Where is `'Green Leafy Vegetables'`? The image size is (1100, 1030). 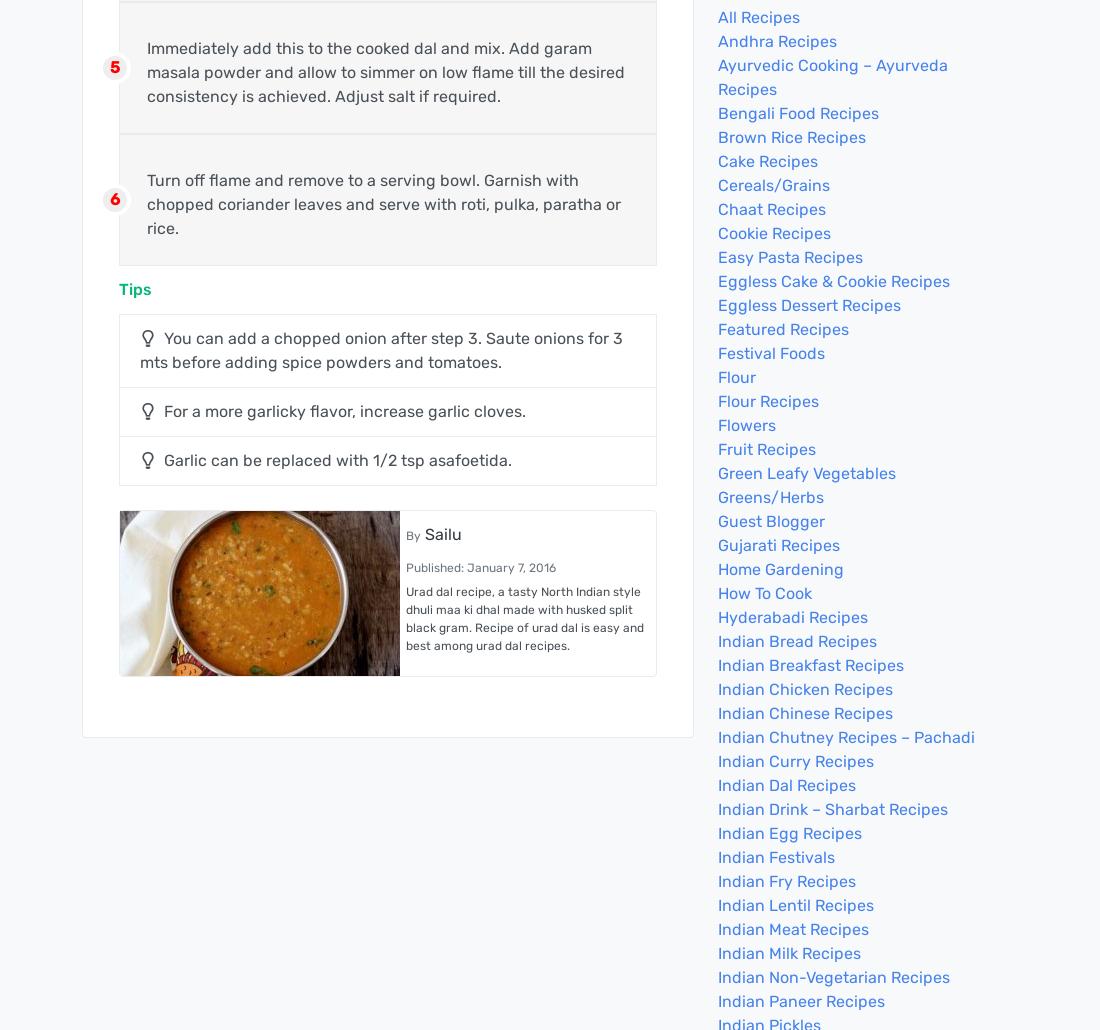
'Green Leafy Vegetables' is located at coordinates (716, 472).